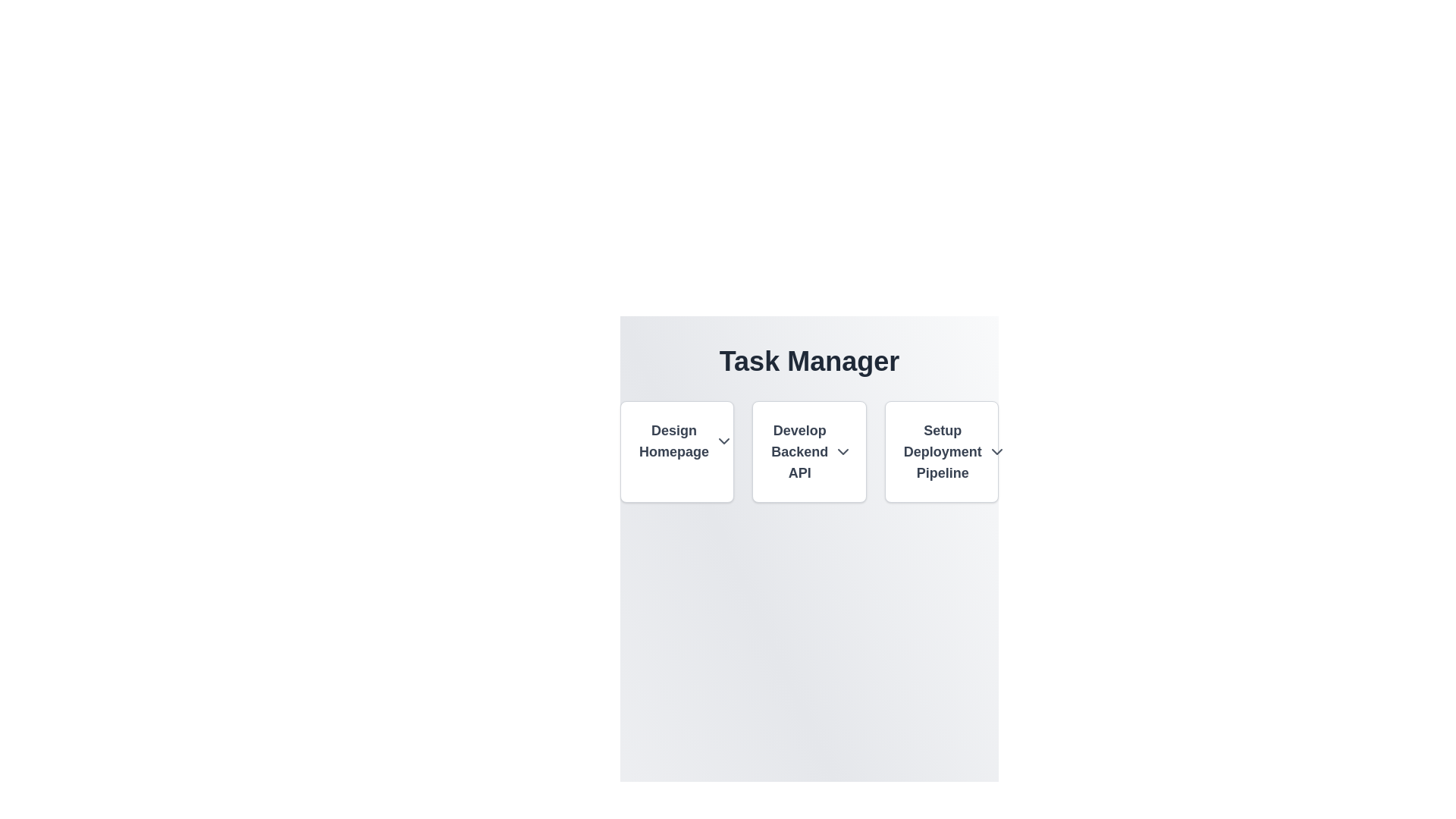 The height and width of the screenshot is (819, 1456). Describe the element at coordinates (673, 441) in the screenshot. I see `the header text element located at the top-left of the button group, which provides context for associated tasks` at that location.